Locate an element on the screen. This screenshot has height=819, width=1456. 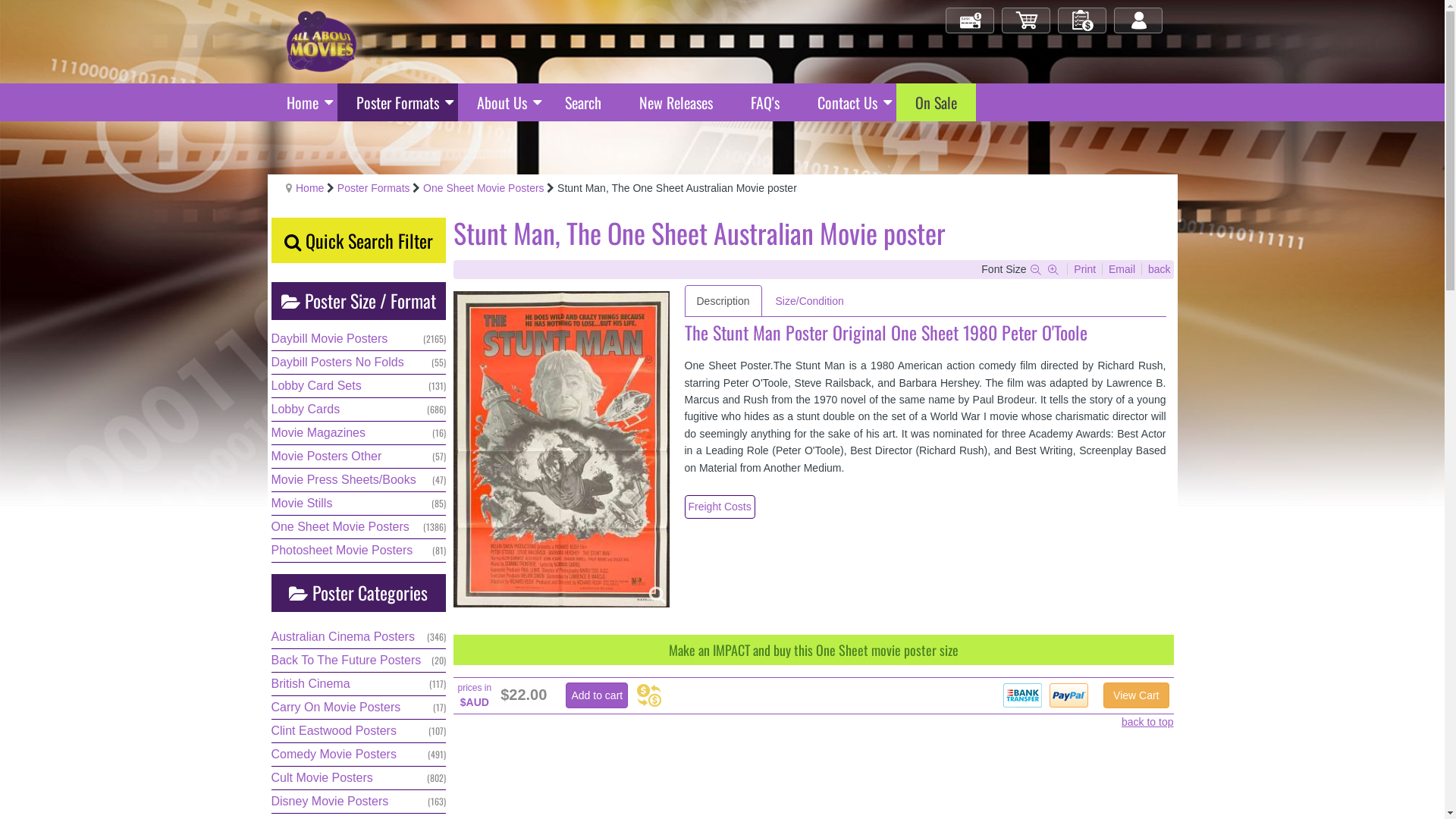
'My Cart' is located at coordinates (1002, 20).